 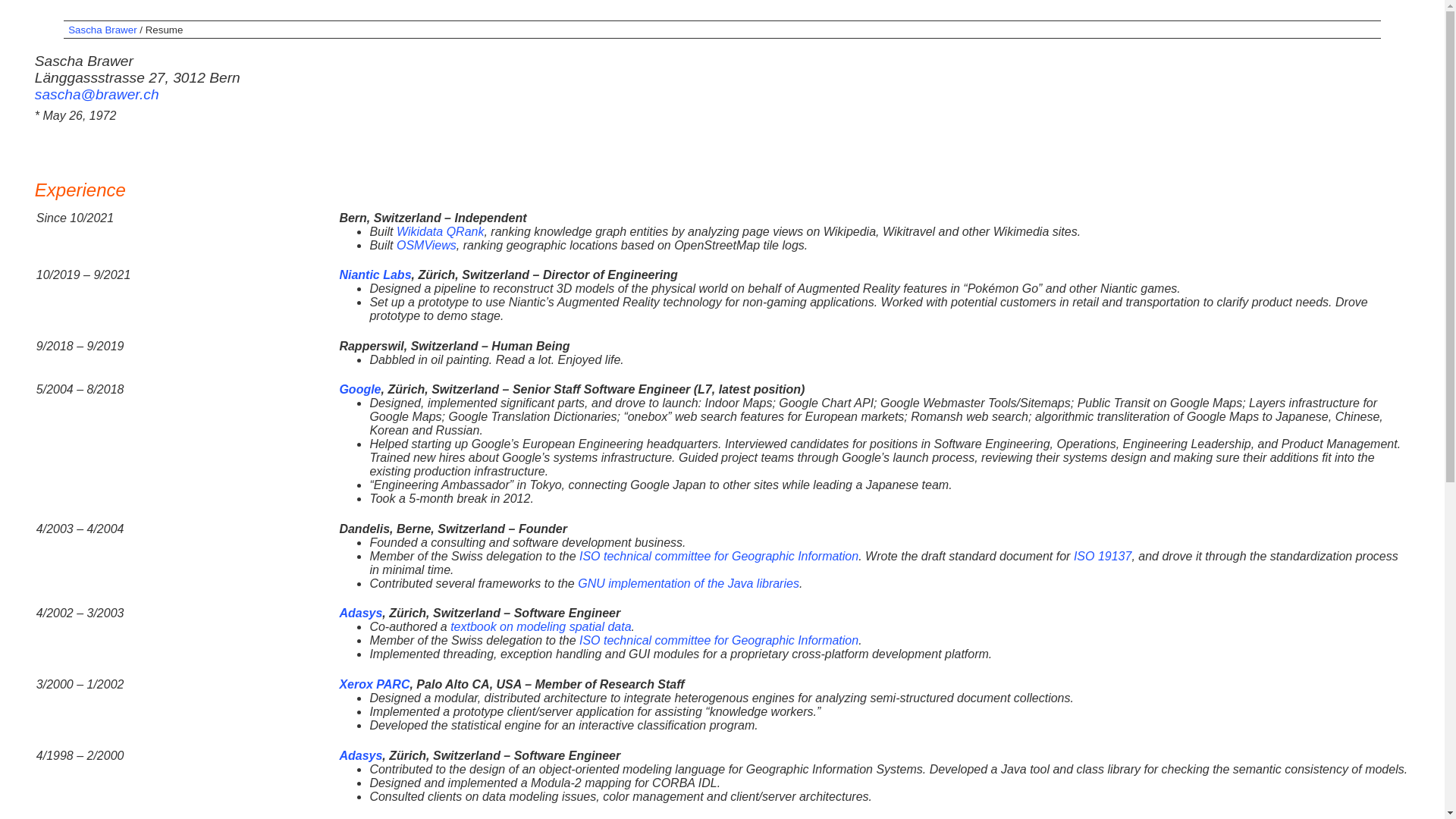 What do you see at coordinates (374, 684) in the screenshot?
I see `'Xerox PARC'` at bounding box center [374, 684].